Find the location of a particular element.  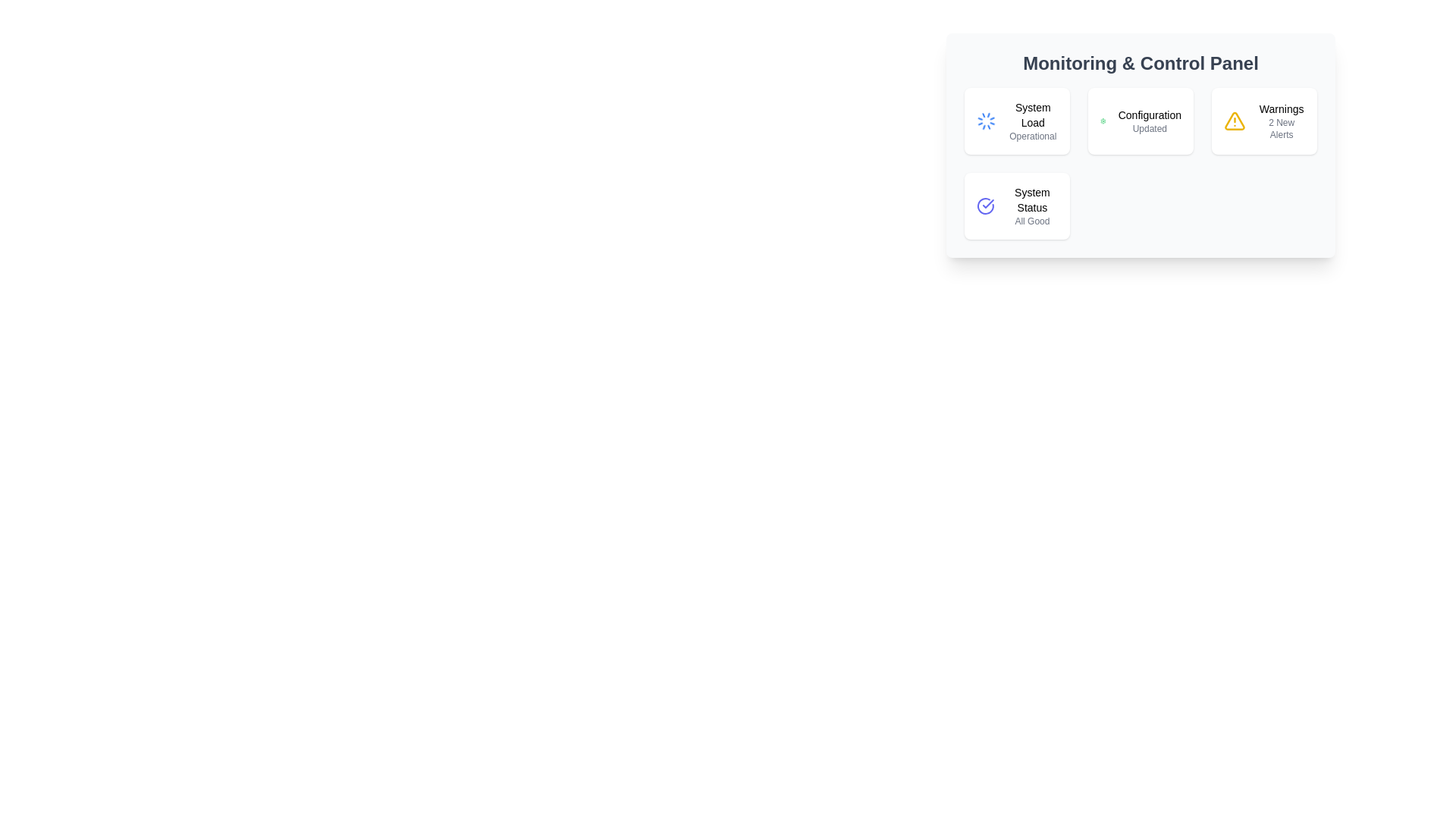

the 'Operational' status indicator text label located under the 'System Load' text in the Monitoring & Control Panel interface is located at coordinates (1032, 136).